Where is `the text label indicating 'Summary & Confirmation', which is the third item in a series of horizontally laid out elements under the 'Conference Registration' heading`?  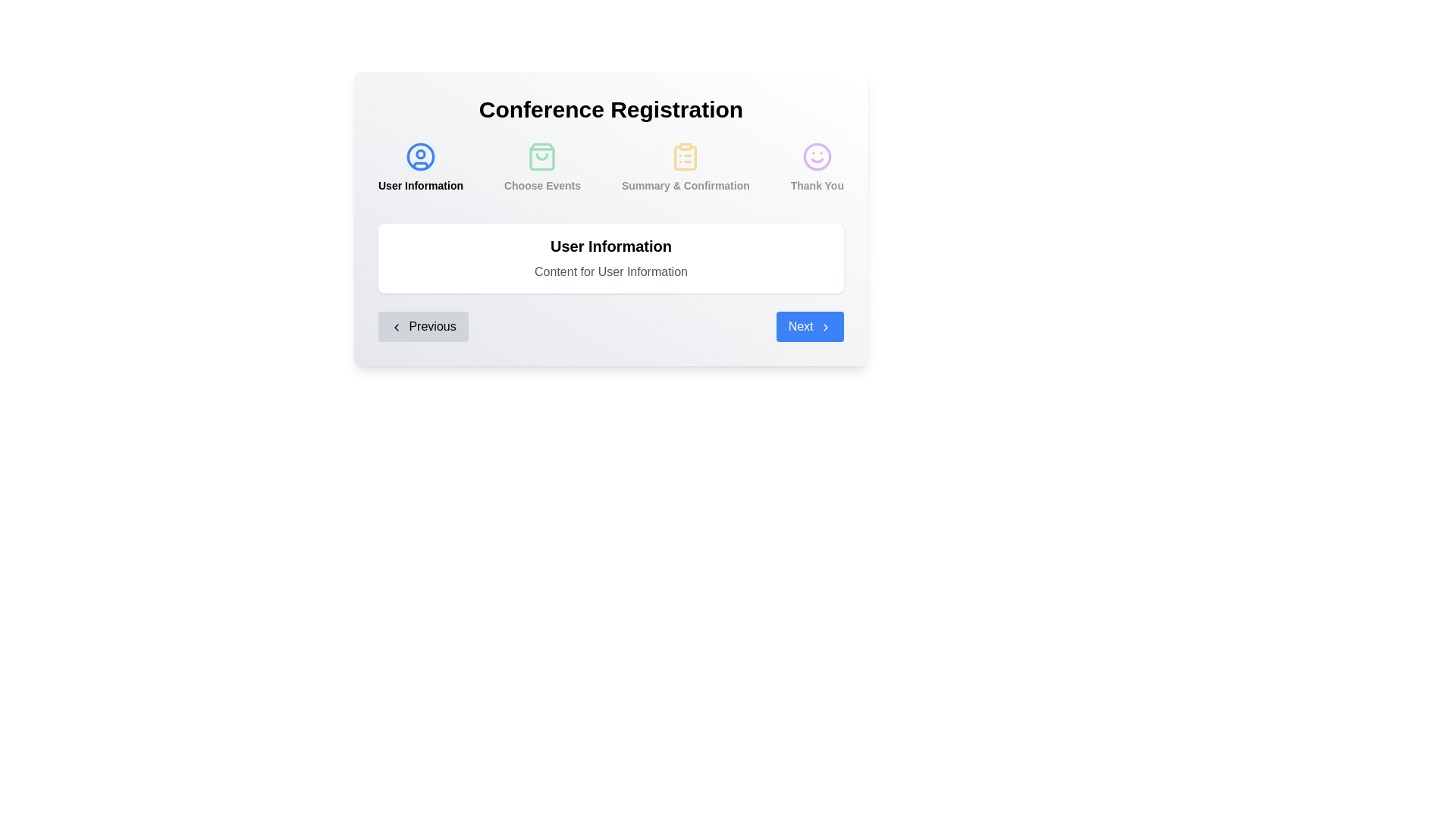
the text label indicating 'Summary & Confirmation', which is the third item in a series of horizontally laid out elements under the 'Conference Registration' heading is located at coordinates (685, 185).